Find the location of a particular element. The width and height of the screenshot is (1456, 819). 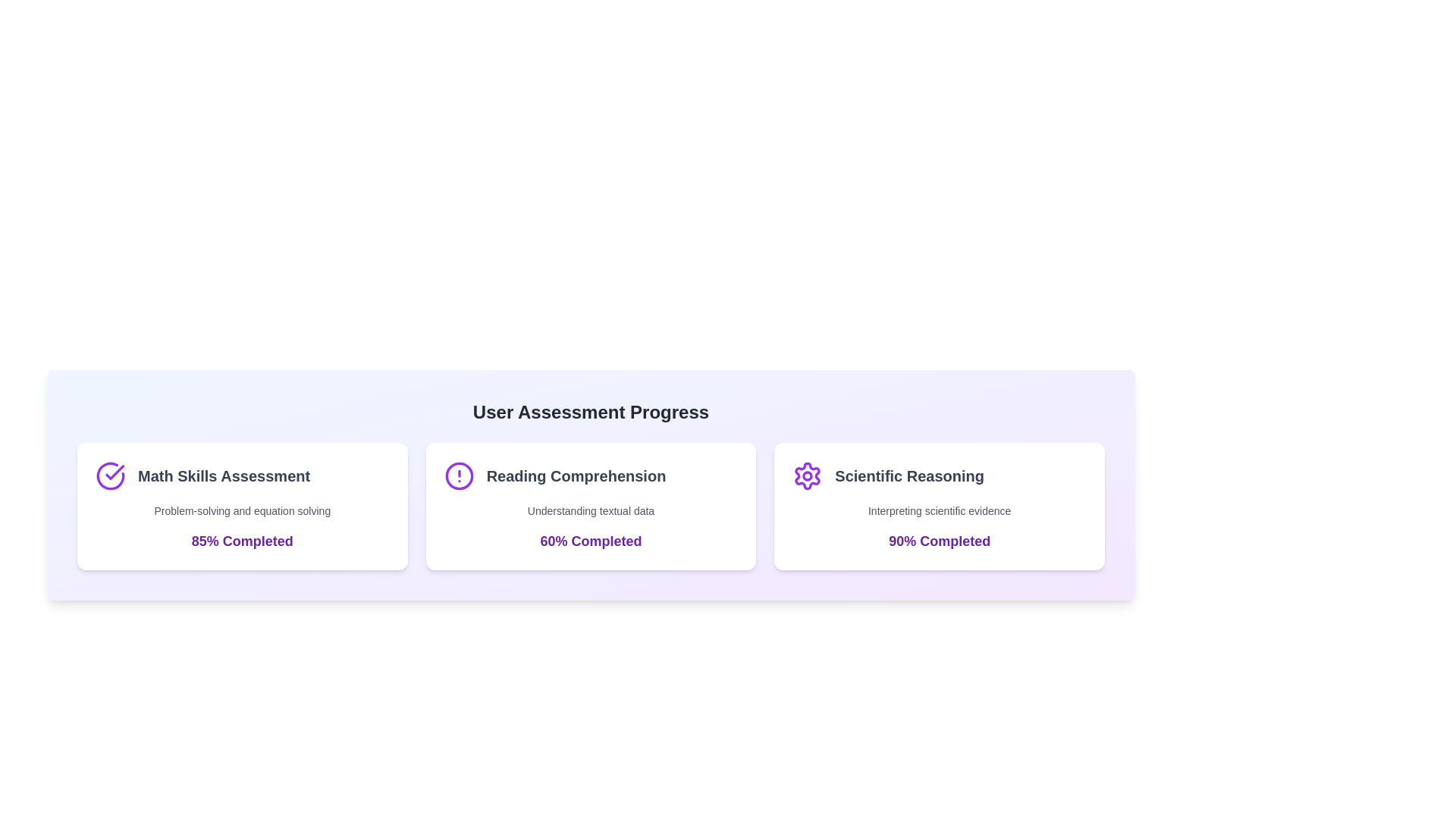

the 'Scientific Reasoning' text label with accompanying icon, which features bold dark gray text and a purple settings-like icon on the left, located at the top of a card in the third column of the grid layout is located at coordinates (939, 475).